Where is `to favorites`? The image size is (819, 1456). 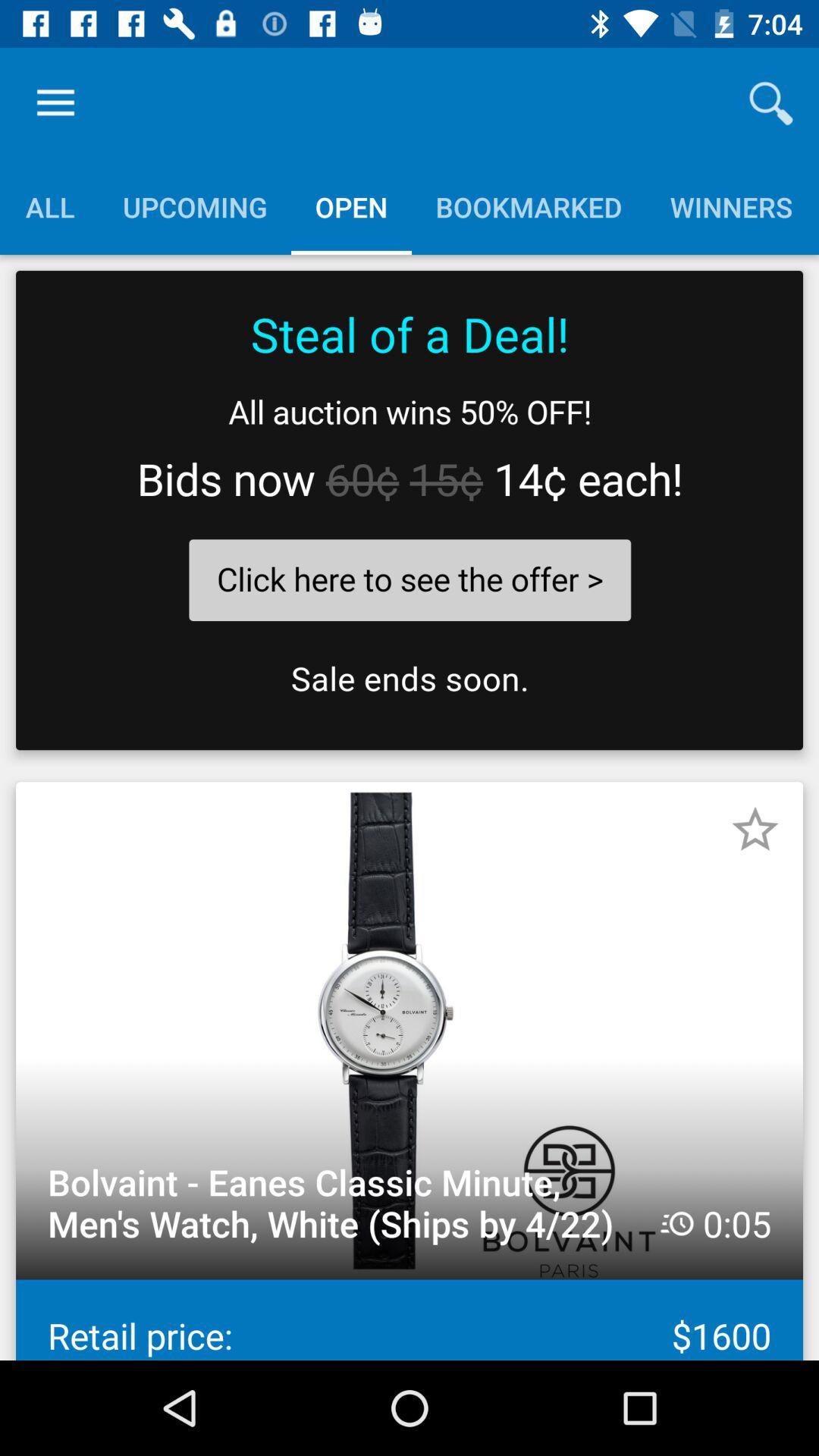
to favorites is located at coordinates (755, 829).